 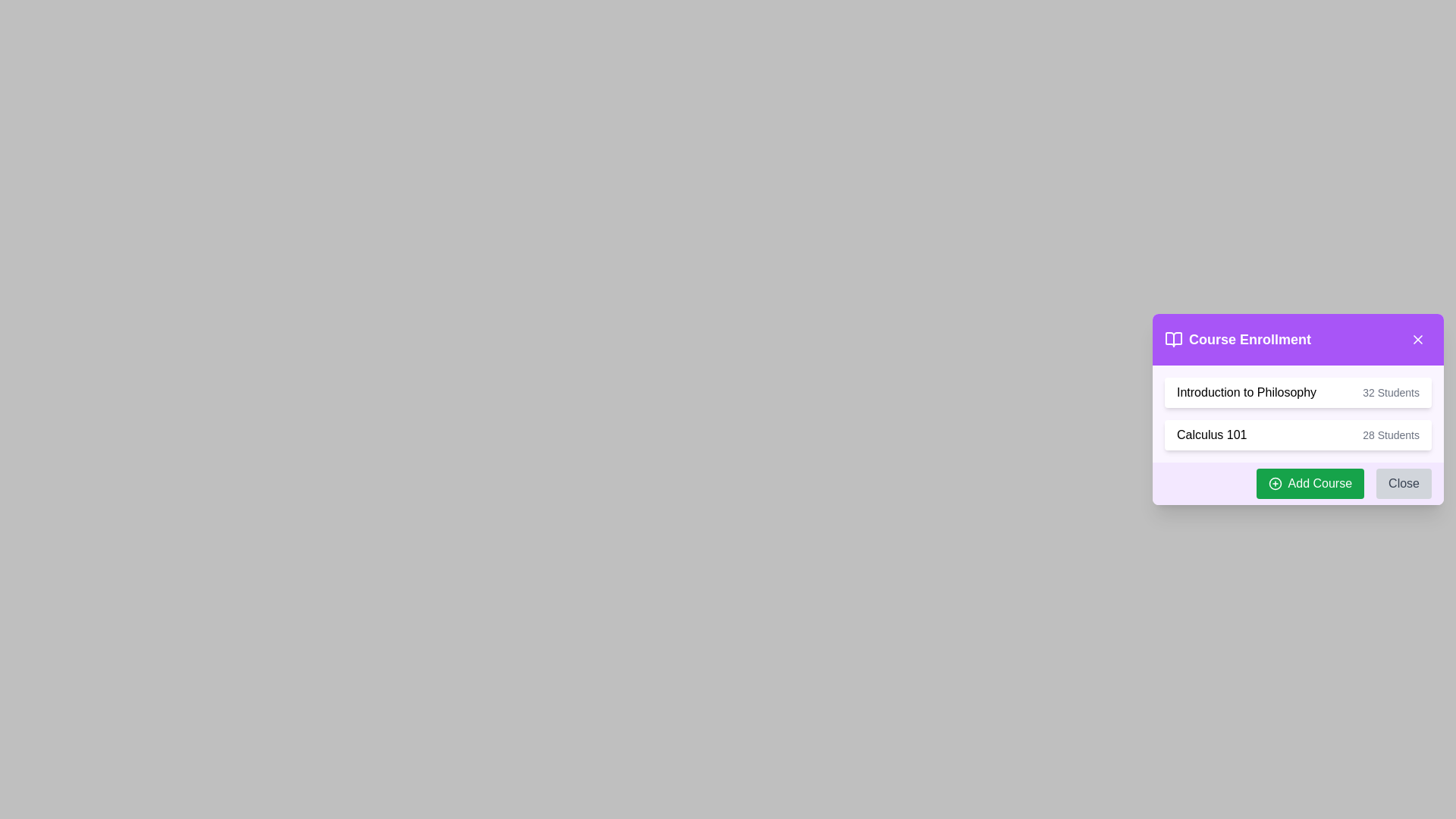 What do you see at coordinates (1417, 338) in the screenshot?
I see `the close button located in the top-right corner of the purple header section of the 'Course Enrollment' dialog` at bounding box center [1417, 338].